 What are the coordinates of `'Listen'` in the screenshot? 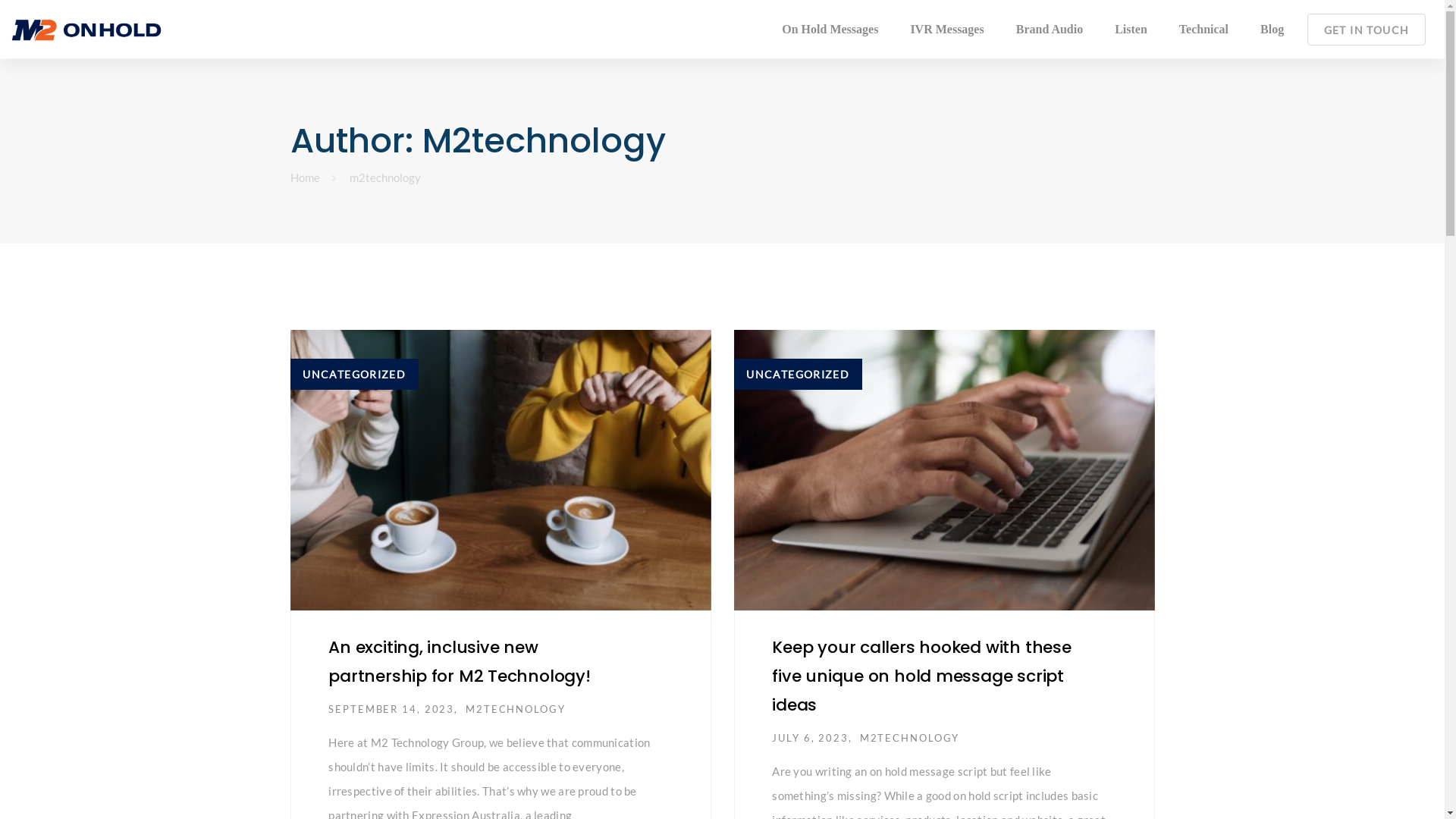 It's located at (1131, 29).